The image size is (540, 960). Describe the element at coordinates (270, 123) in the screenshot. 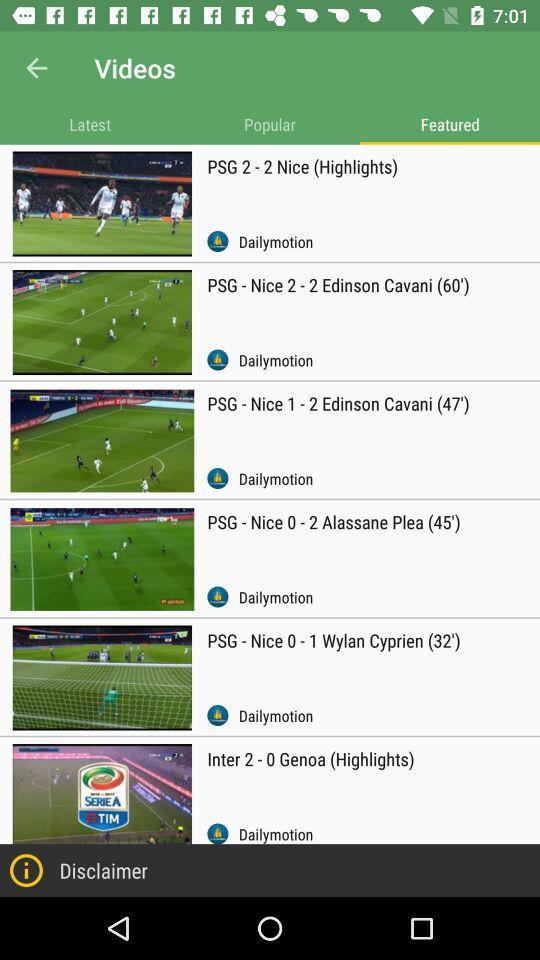

I see `the app next to latest icon` at that location.